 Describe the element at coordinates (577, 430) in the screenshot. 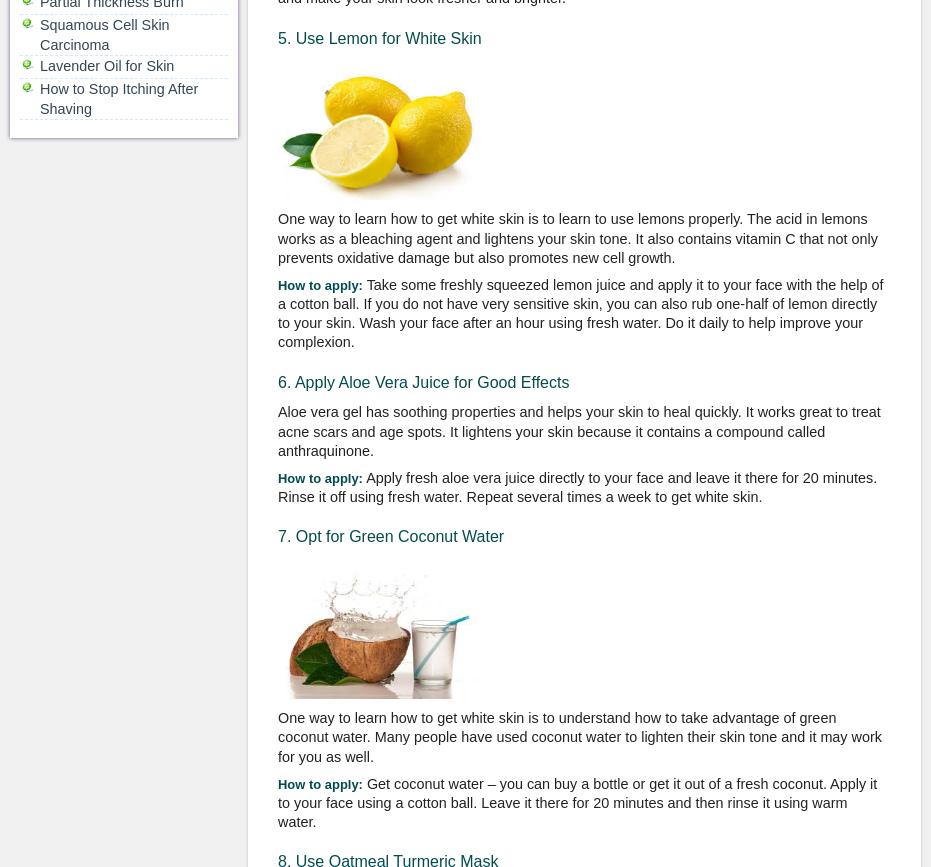

I see `'Aloe vera gel has soothing properties and helps your skin to heal quickly. It works great to treat acne scars and age spots. It lightens your skin because it contains a compound called anthraquinone.'` at that location.